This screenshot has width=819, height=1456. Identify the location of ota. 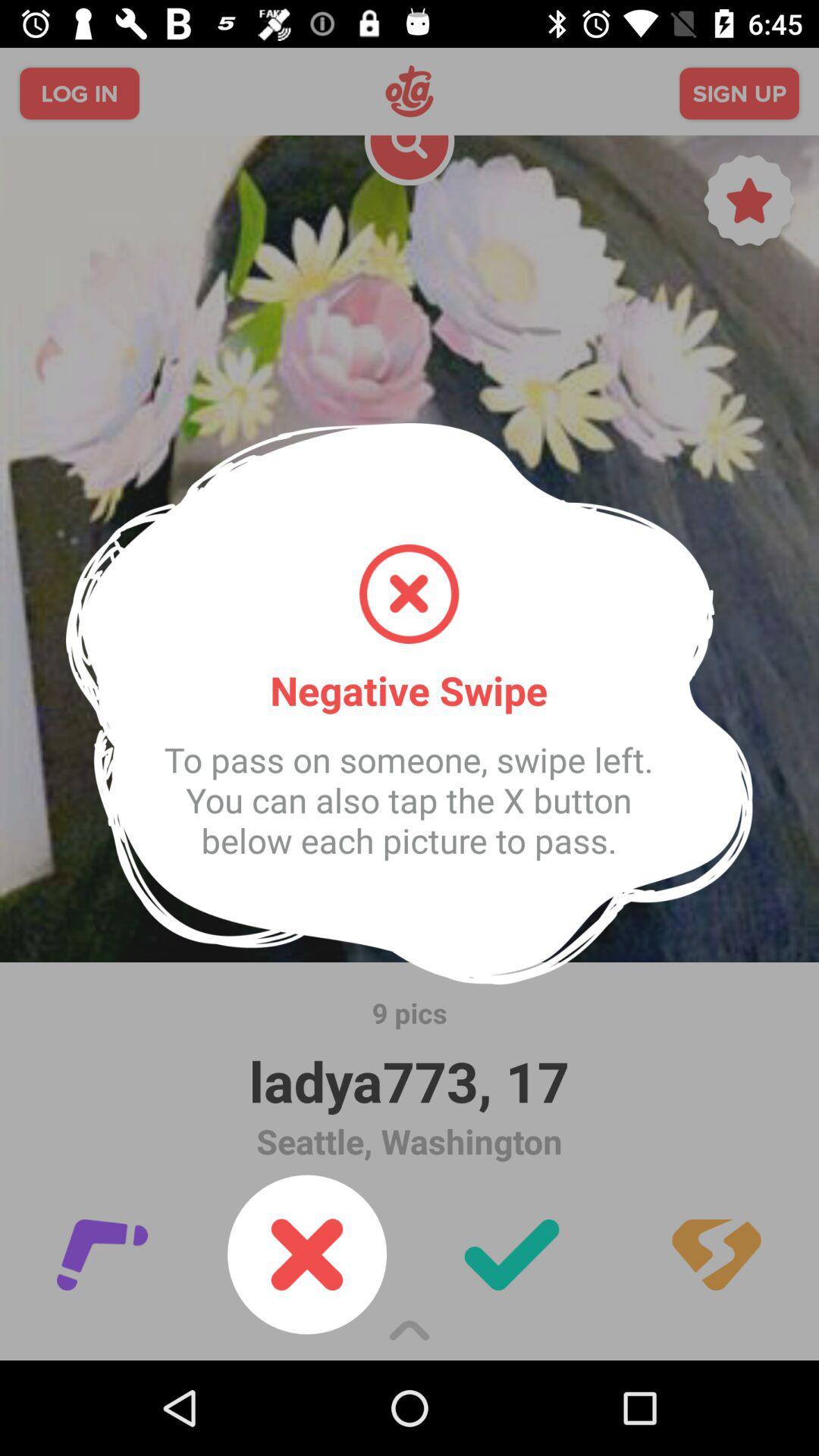
(409, 90).